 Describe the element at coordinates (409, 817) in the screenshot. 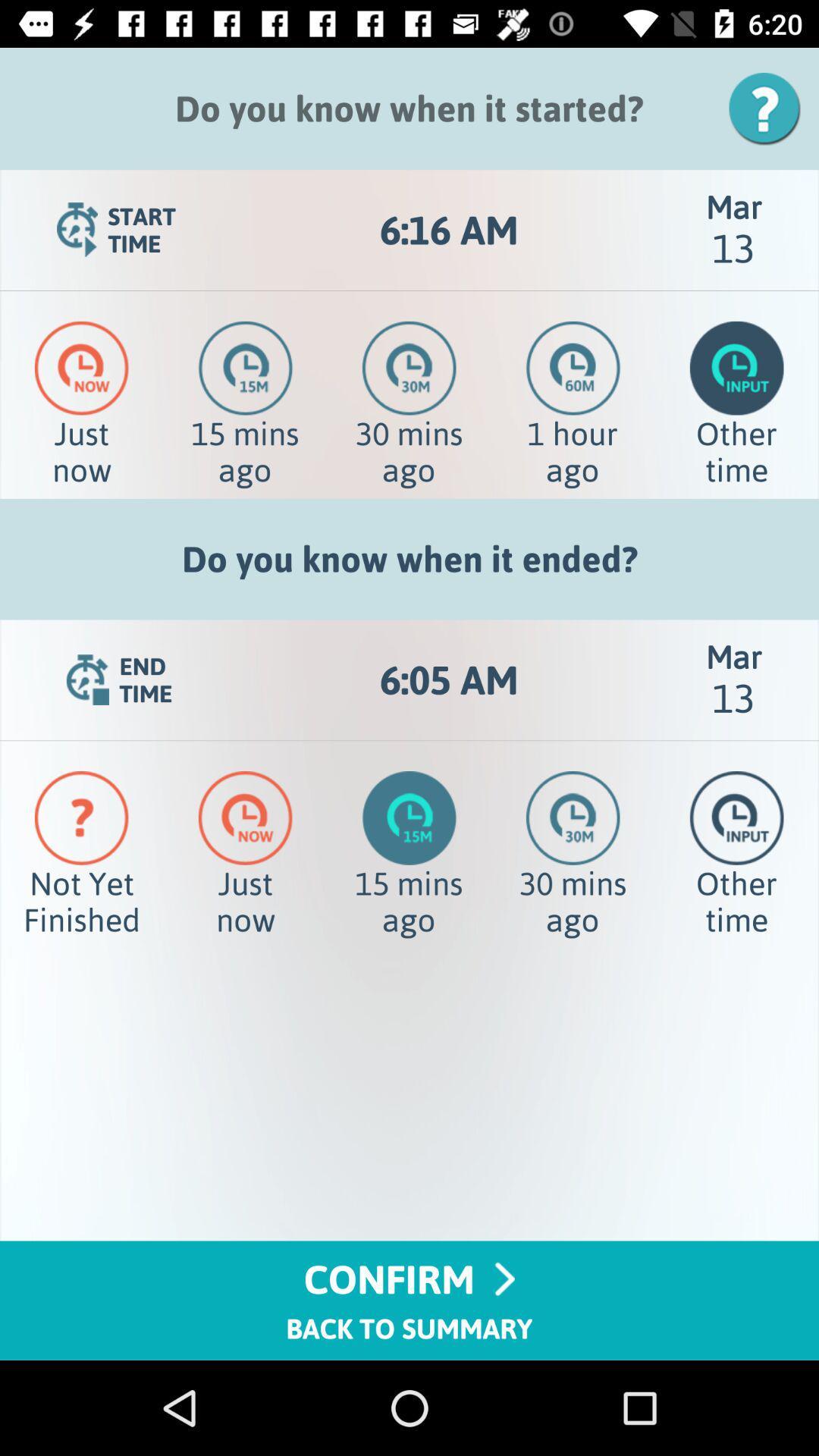

I see `the time icon` at that location.